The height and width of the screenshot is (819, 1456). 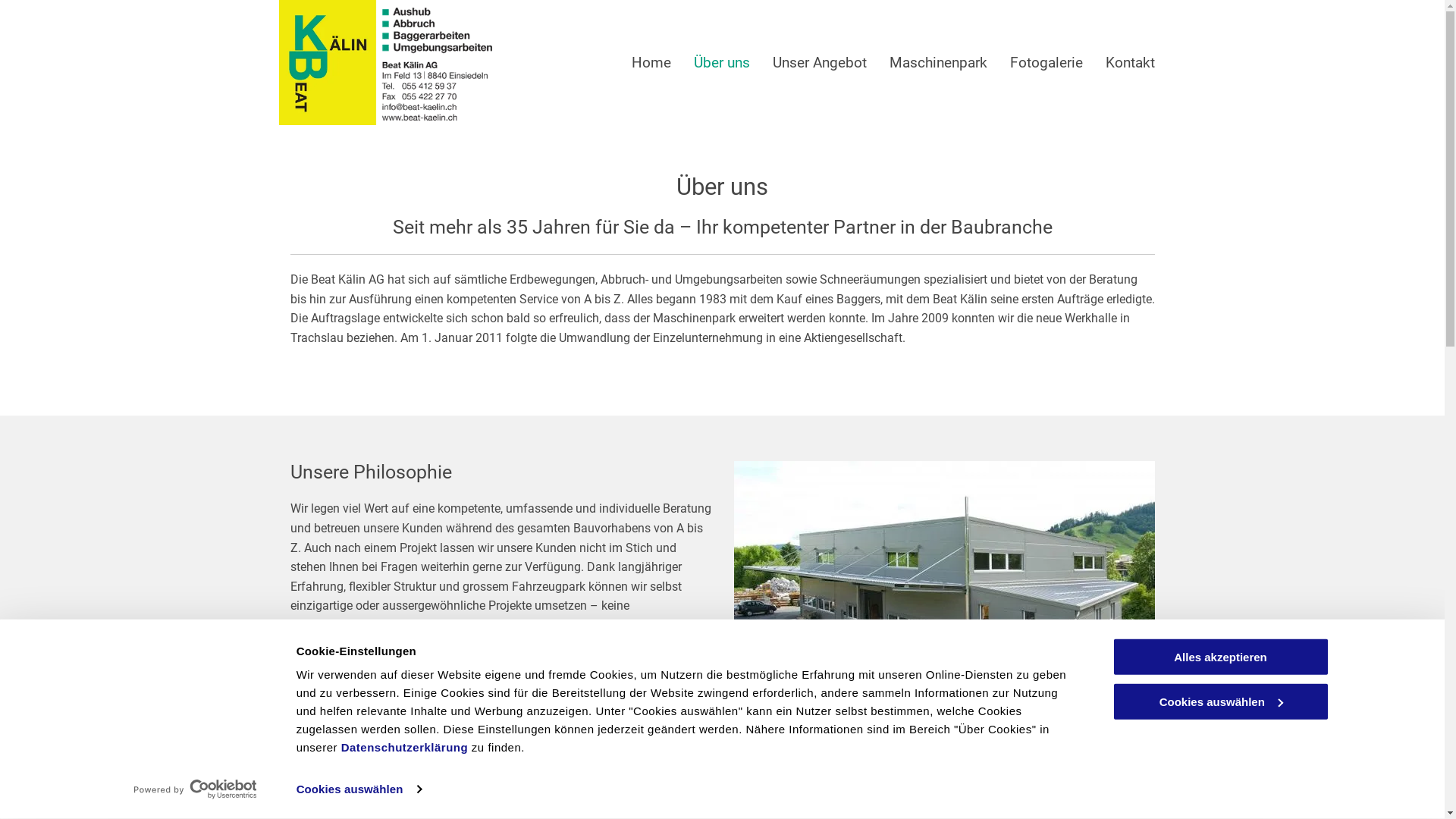 I want to click on 'Maschinenpark', so click(x=937, y=61).